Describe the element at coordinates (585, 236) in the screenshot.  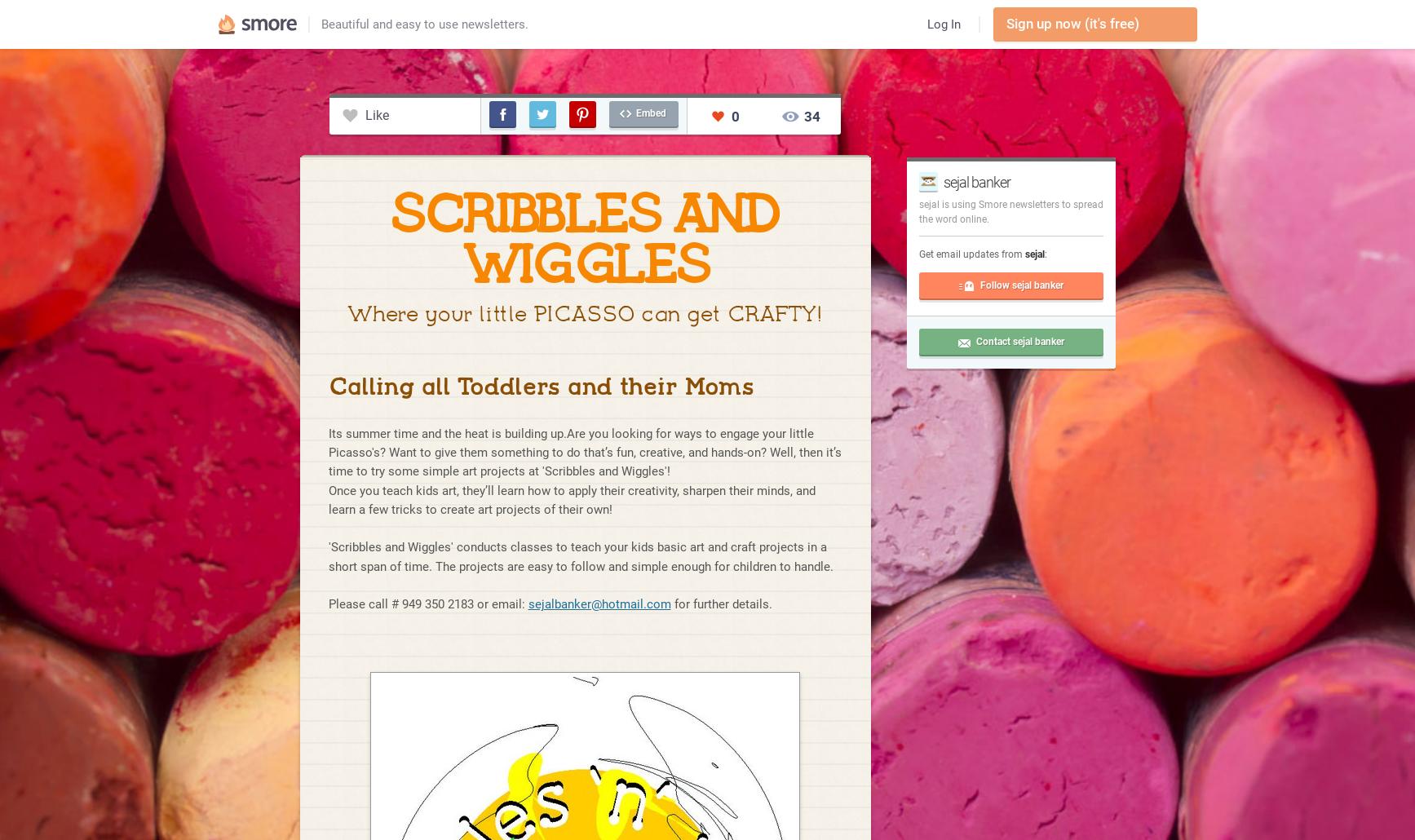
I see `'SCRIBBLES AND WIGGLES'` at that location.